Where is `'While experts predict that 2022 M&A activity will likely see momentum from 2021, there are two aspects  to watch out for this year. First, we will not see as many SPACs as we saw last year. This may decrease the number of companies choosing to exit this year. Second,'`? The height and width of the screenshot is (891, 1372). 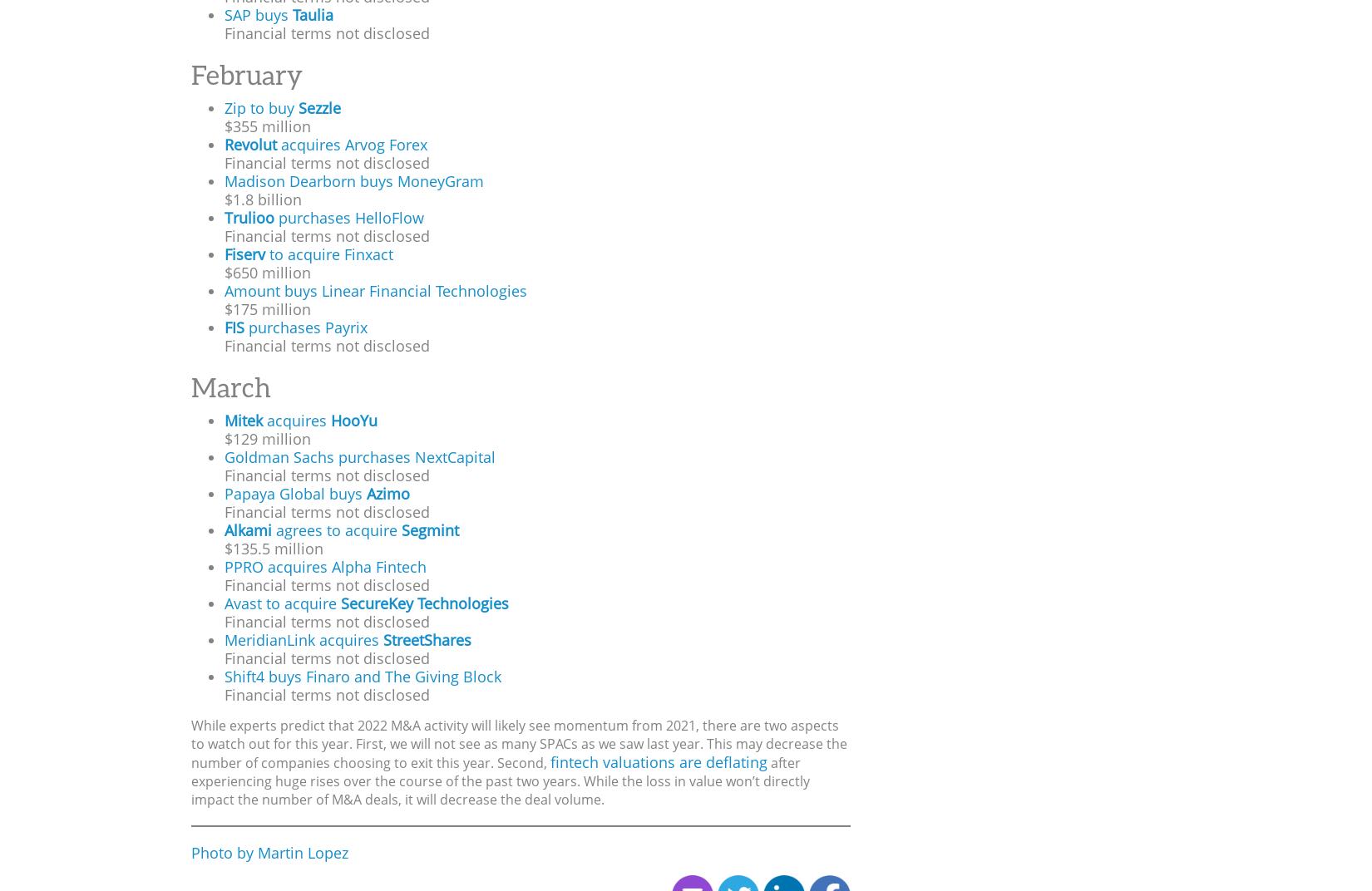
'While experts predict that 2022 M&A activity will likely see momentum from 2021, there are two aspects  to watch out for this year. First, we will not see as many SPACs as we saw last year. This may decrease the number of companies choosing to exit this year. Second,' is located at coordinates (518, 744).